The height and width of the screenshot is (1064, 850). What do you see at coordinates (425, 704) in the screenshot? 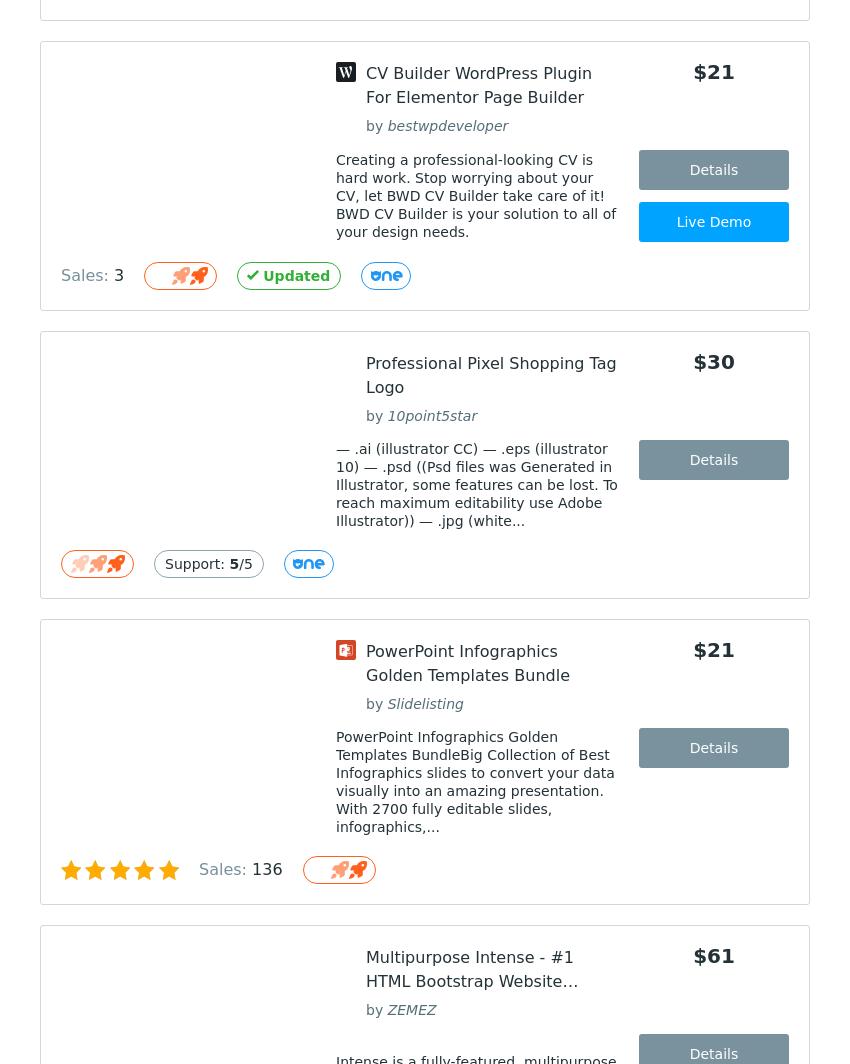
I see `'Slidelisting'` at bounding box center [425, 704].